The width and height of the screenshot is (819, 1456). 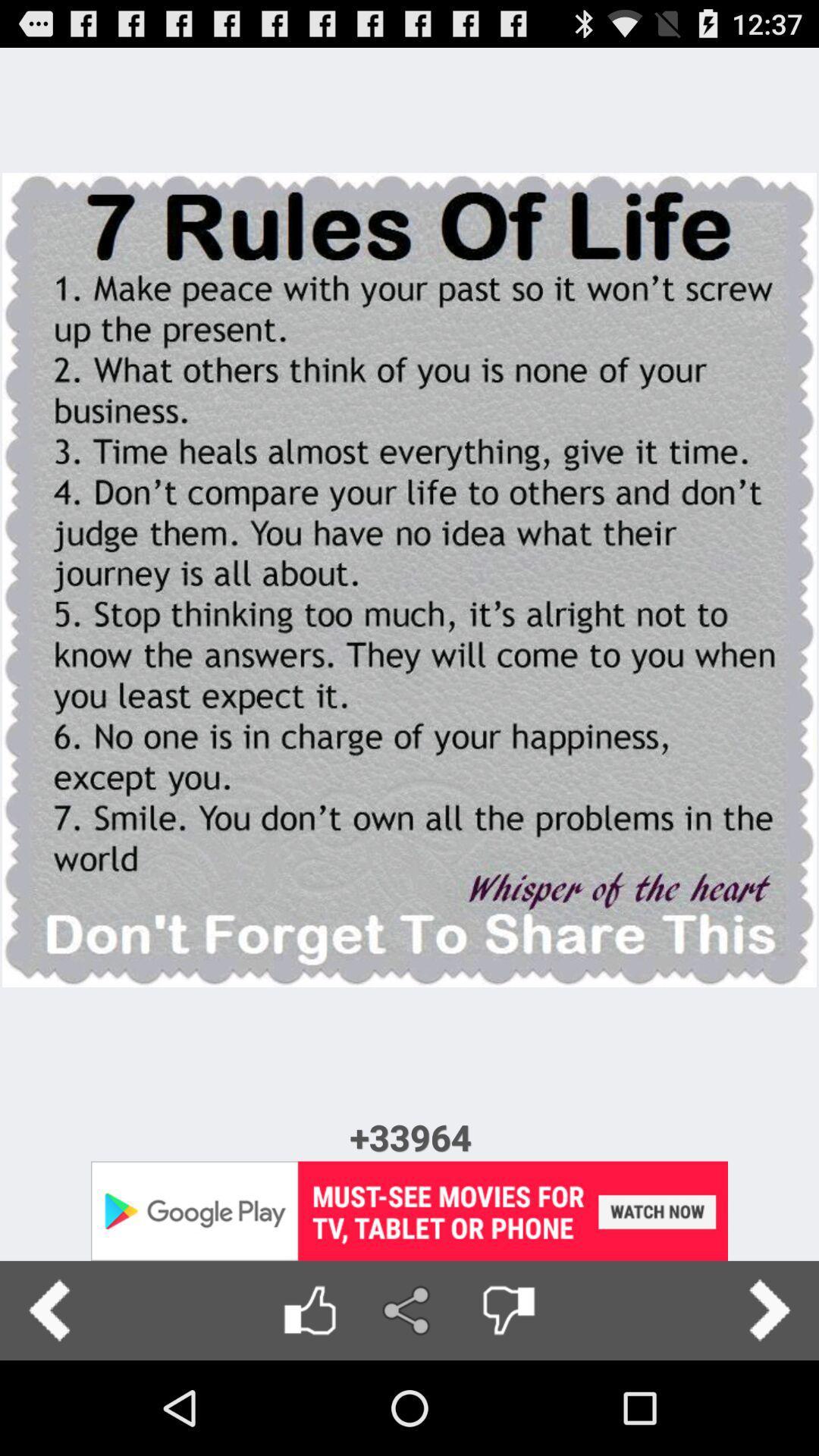 What do you see at coordinates (309, 1310) in the screenshot?
I see `put like` at bounding box center [309, 1310].